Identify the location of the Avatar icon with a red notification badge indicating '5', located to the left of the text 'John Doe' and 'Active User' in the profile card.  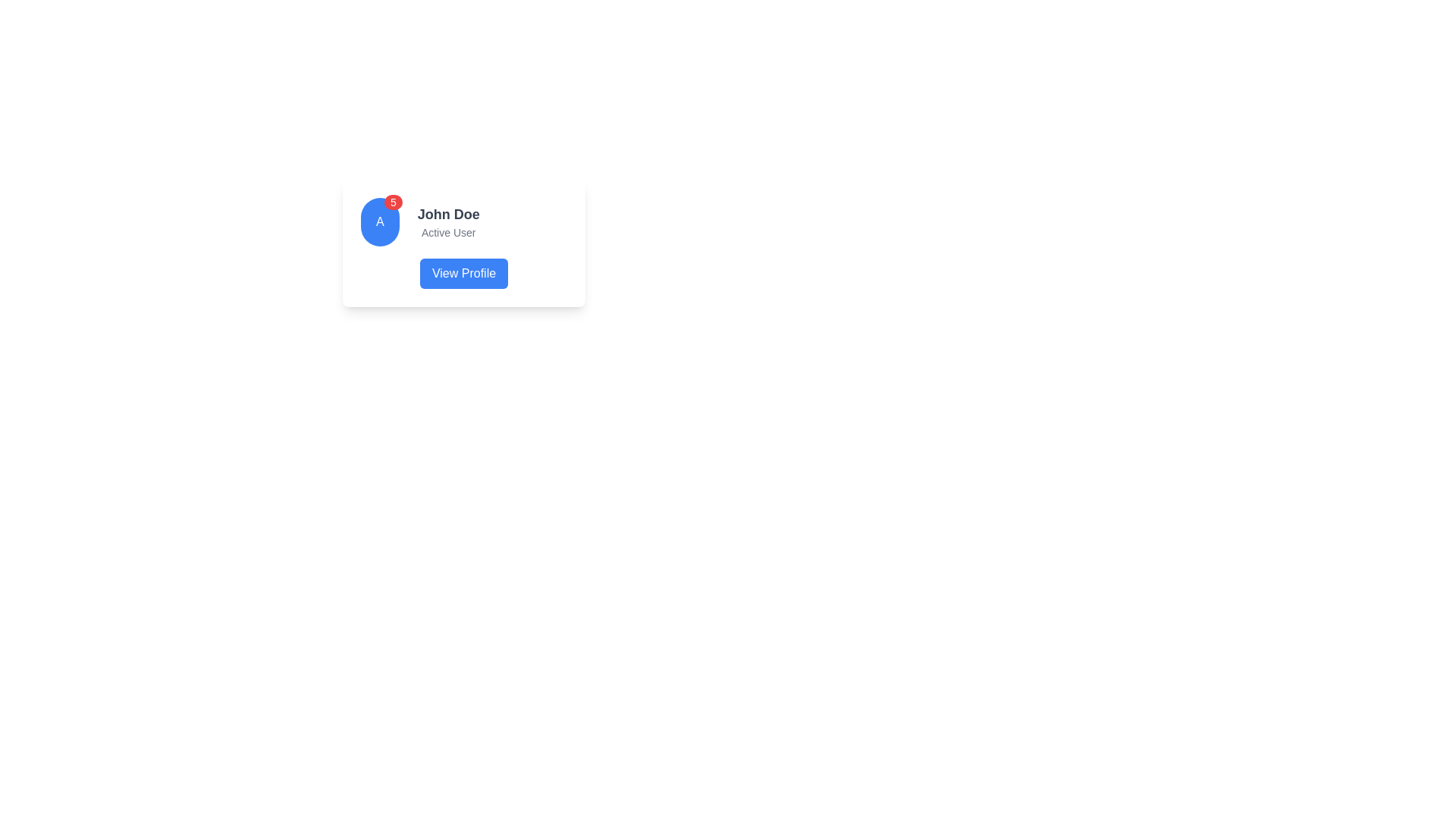
(380, 222).